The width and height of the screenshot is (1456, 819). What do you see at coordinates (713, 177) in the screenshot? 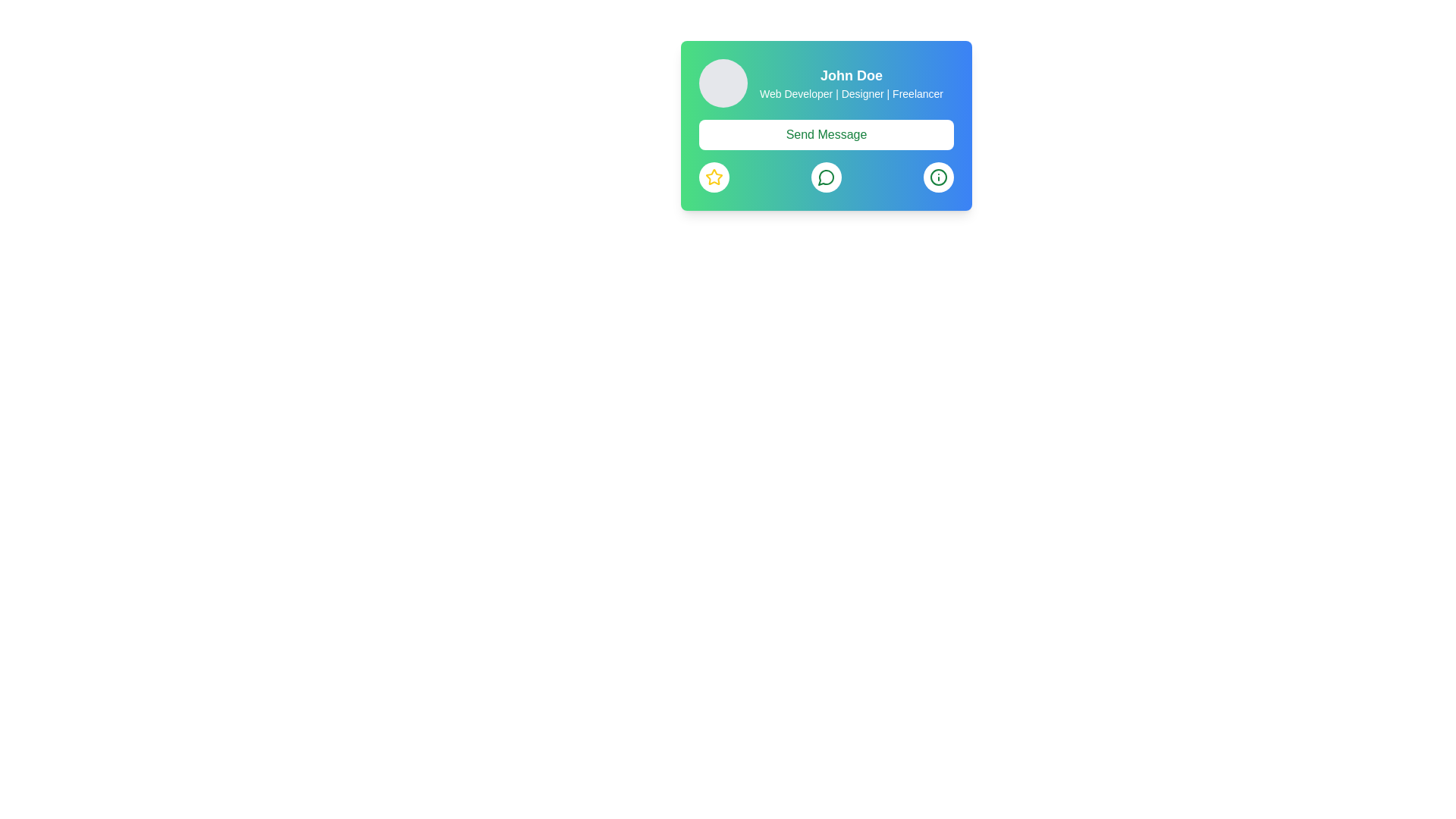
I see `the leftmost circular button used for rating or marking as favorite, which is represented by a star icon, located to the immediate left of the green chat icon button` at bounding box center [713, 177].